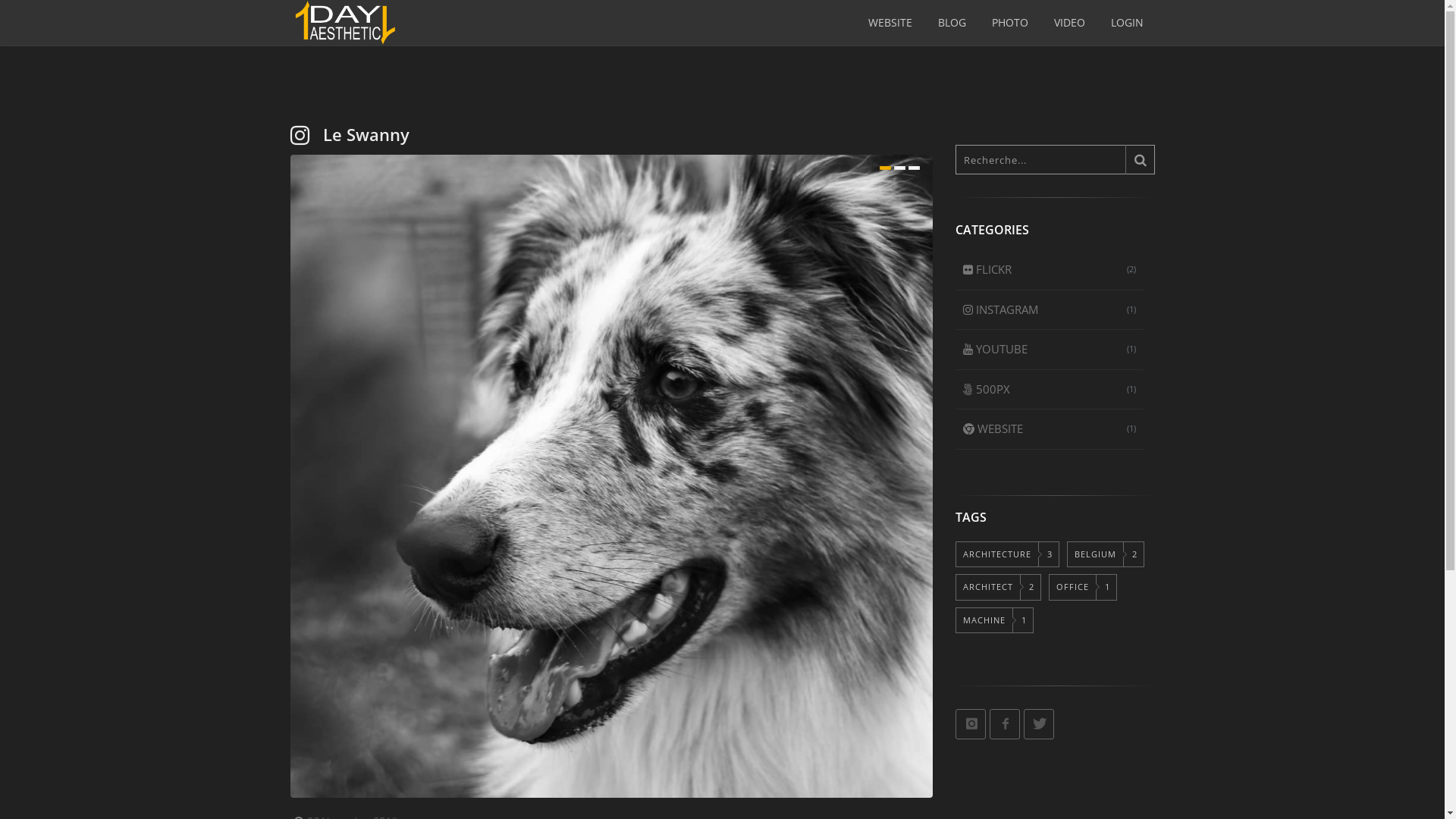 Image resolution: width=1456 pixels, height=819 pixels. I want to click on '(1), so click(954, 350).